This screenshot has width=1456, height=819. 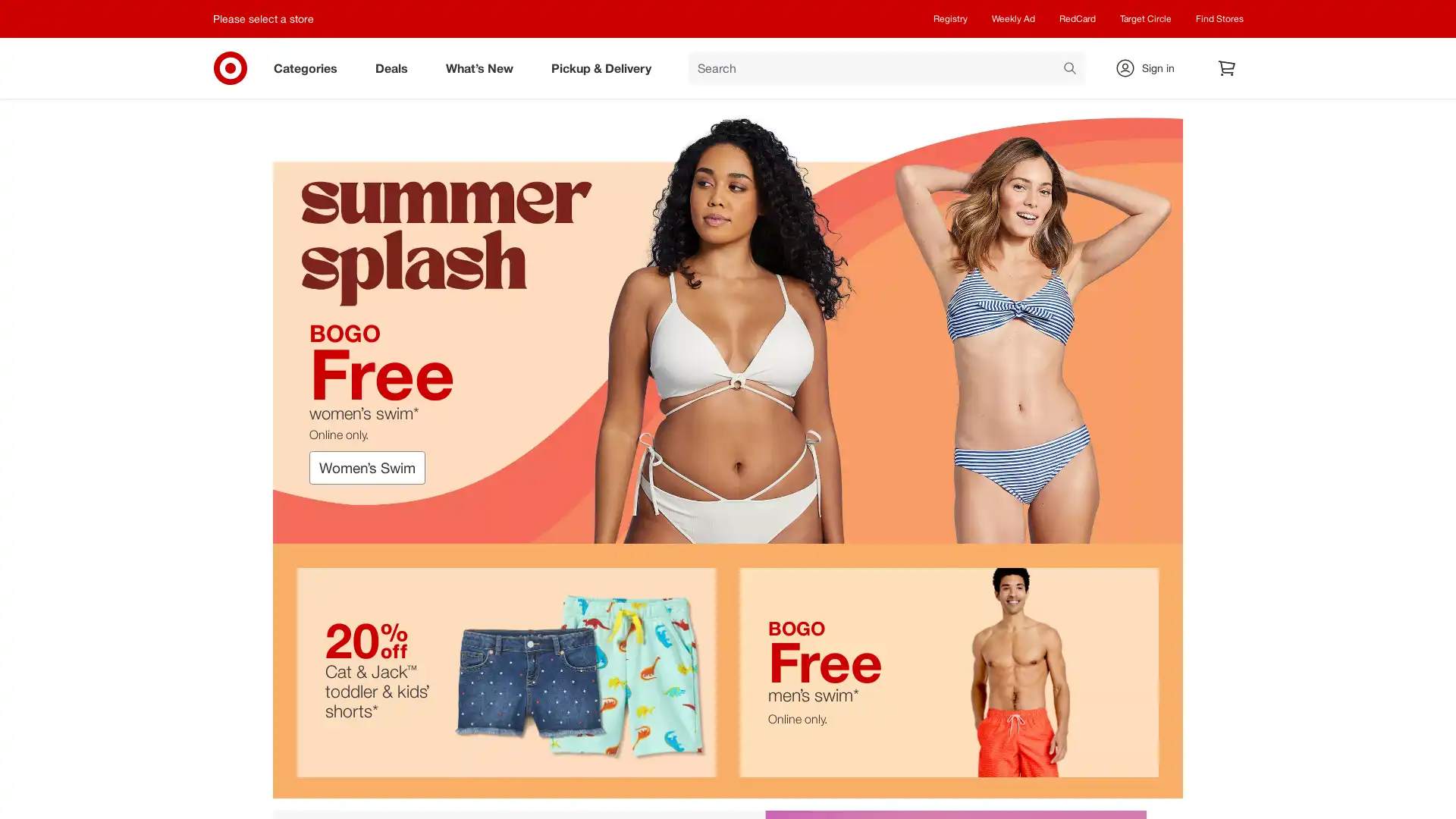 What do you see at coordinates (269, 18) in the screenshot?
I see `My Store  Closes At 10pm San Jose Oakridge` at bounding box center [269, 18].